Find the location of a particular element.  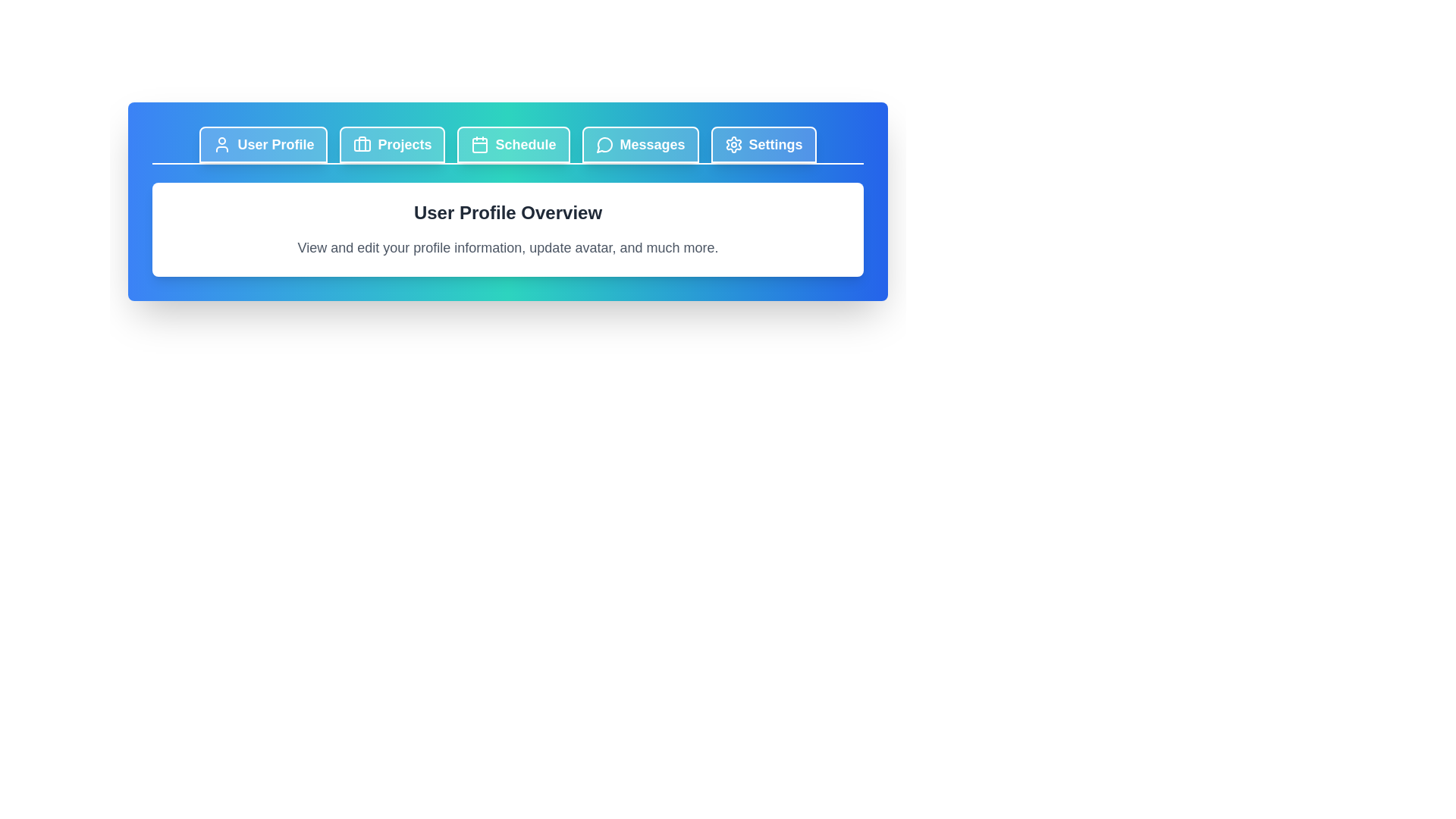

the 'Projects' icon in the navigation bar, which serves as a quick visual indicator for navigation is located at coordinates (362, 145).